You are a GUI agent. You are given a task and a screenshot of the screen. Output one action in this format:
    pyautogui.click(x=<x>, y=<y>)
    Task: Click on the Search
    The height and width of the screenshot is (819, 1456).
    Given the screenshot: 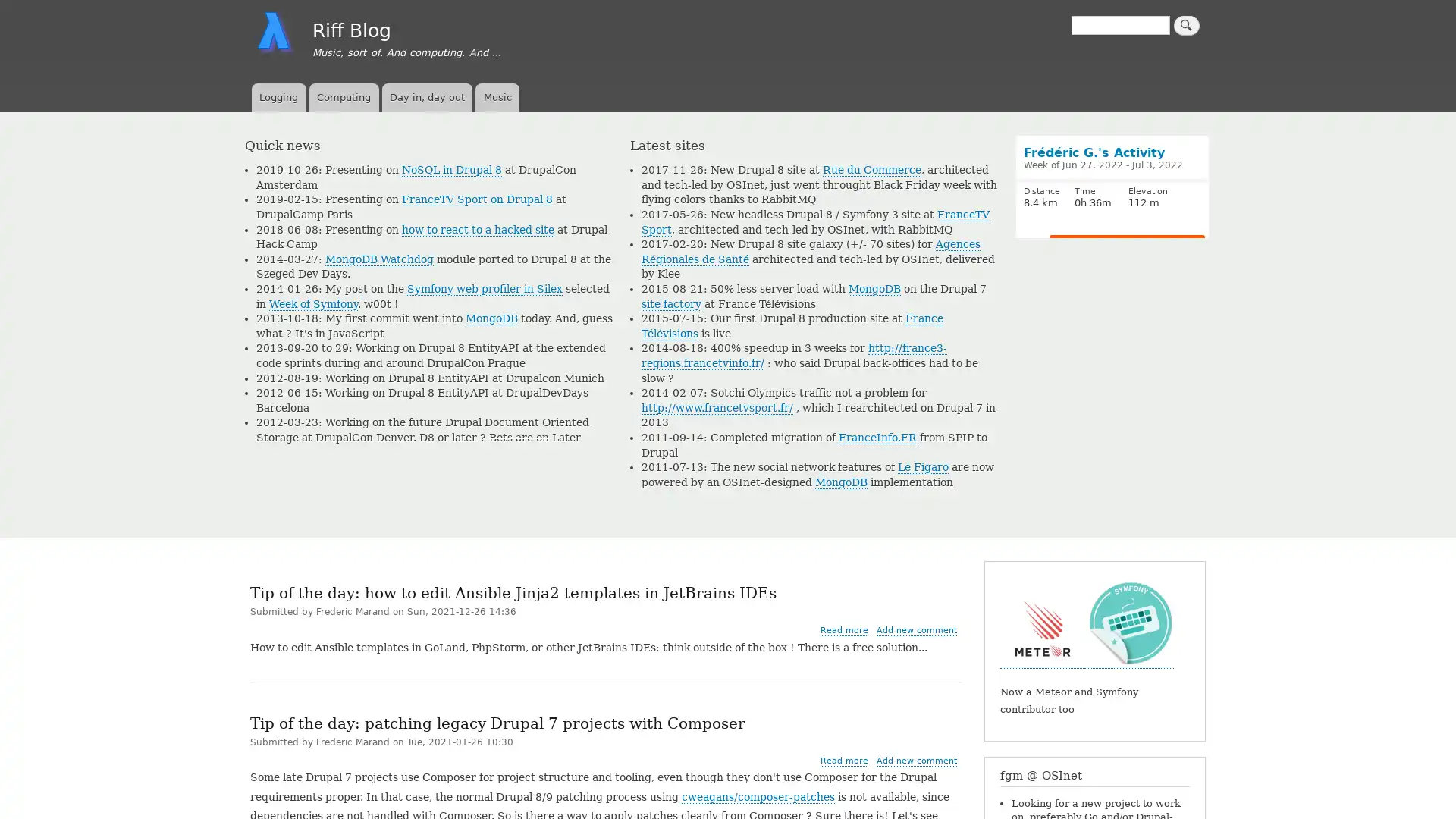 What is the action you would take?
    pyautogui.click(x=1185, y=25)
    